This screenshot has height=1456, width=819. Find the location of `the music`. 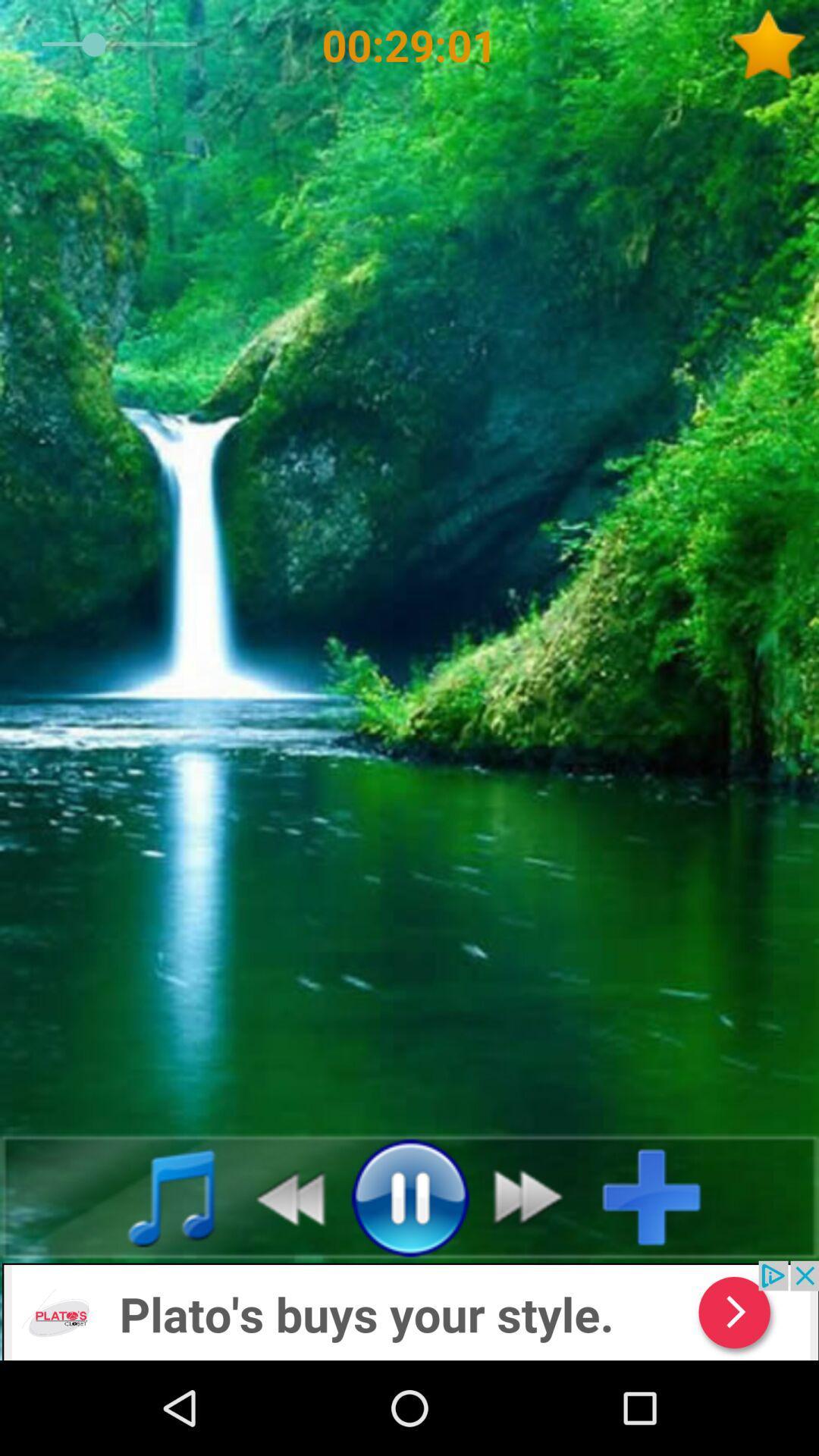

the music is located at coordinates (663, 1196).